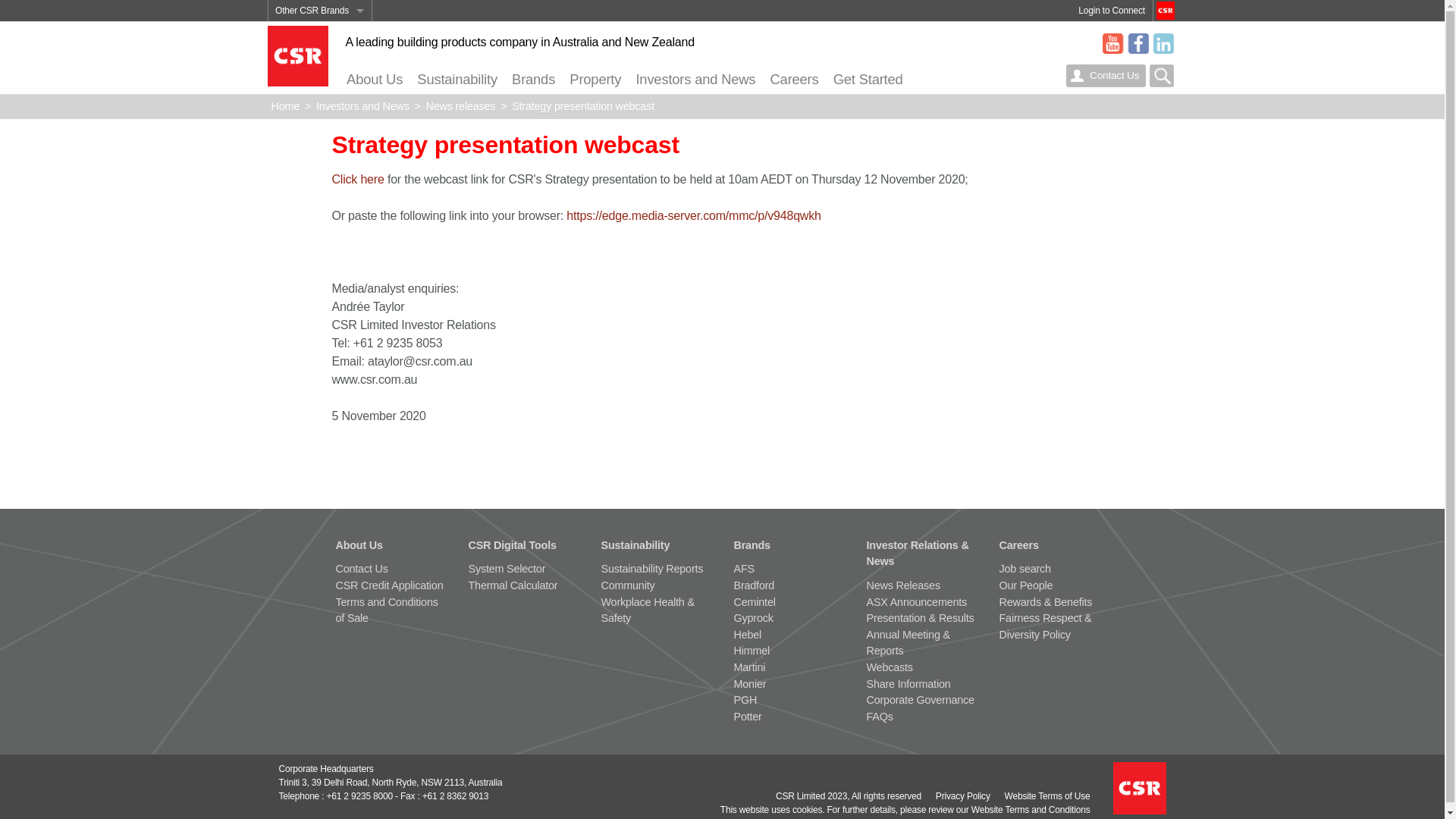  Describe the element at coordinates (1112, 11) in the screenshot. I see `'Login to Connect'` at that location.